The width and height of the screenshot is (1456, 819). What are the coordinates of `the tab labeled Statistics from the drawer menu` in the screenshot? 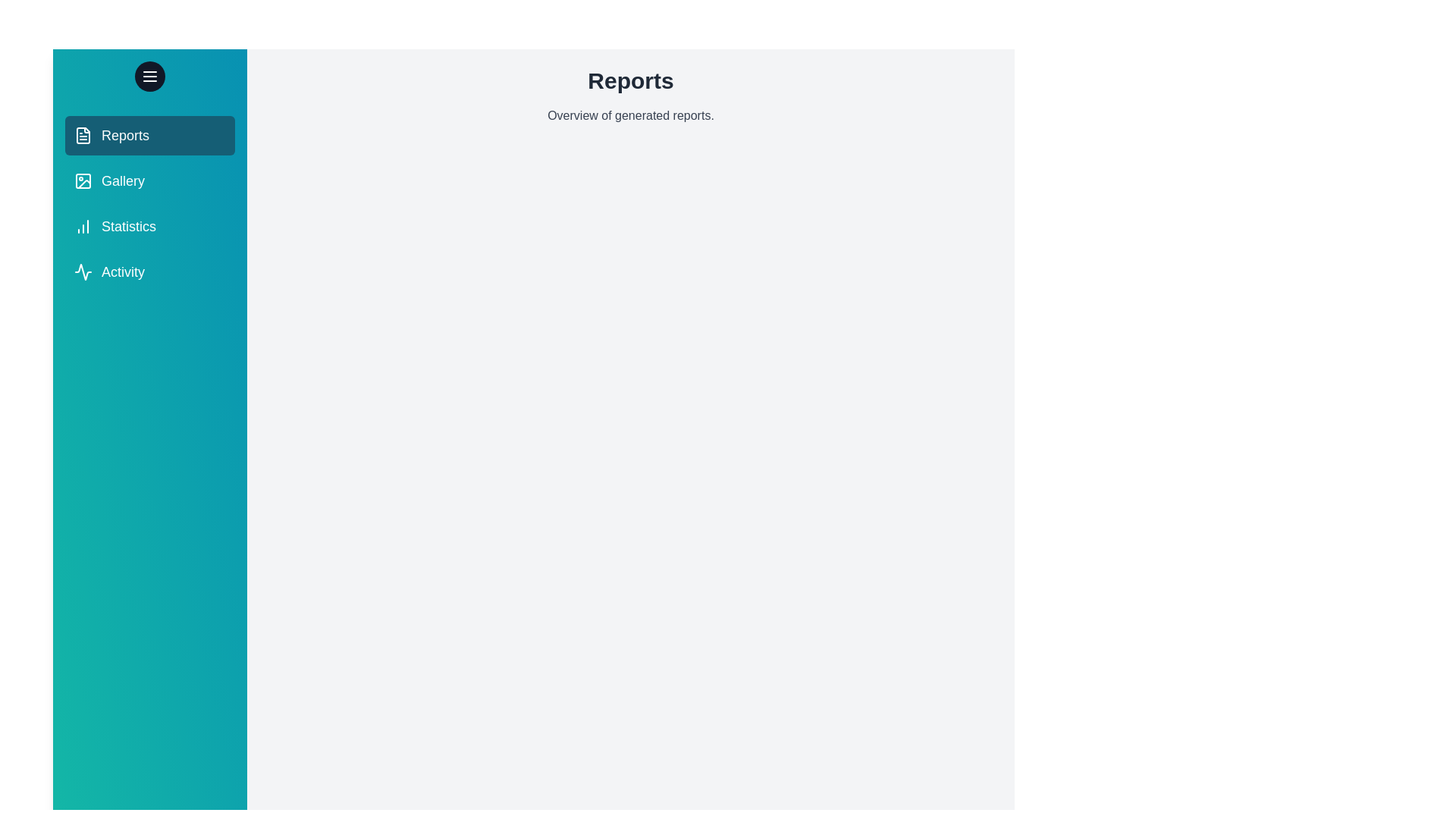 It's located at (149, 227).